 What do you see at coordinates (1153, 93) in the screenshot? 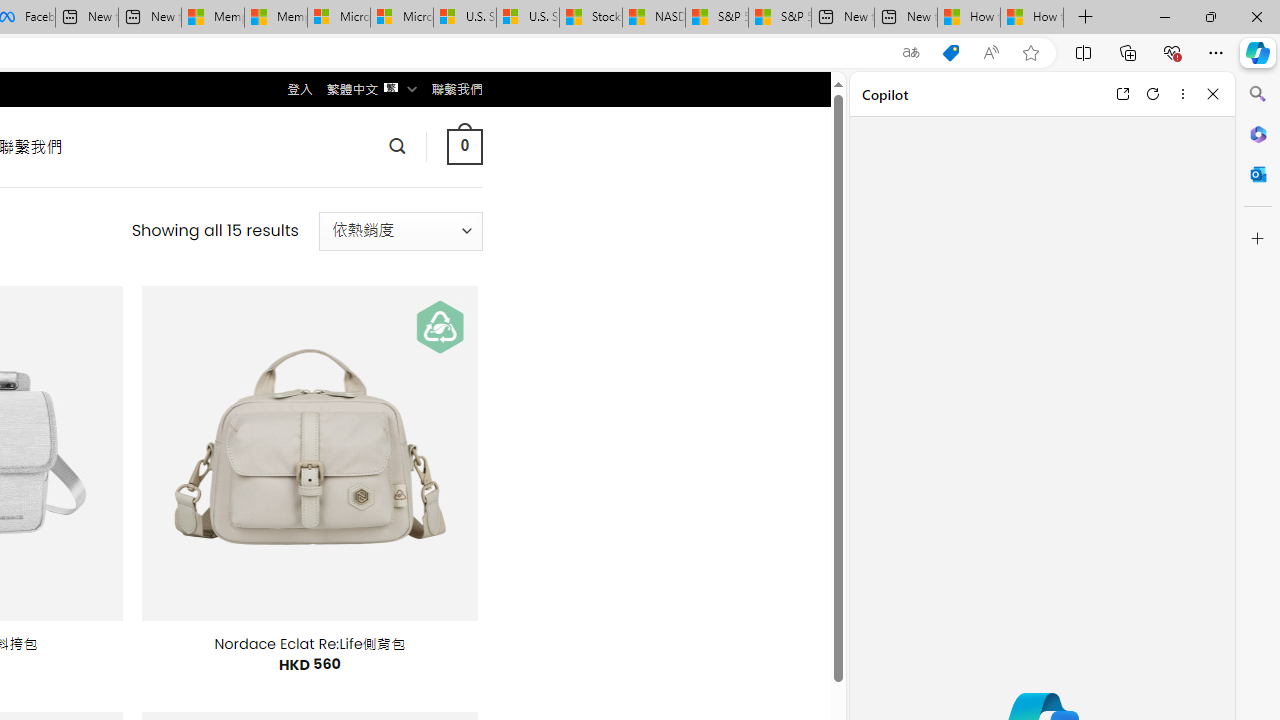
I see `'Refresh'` at bounding box center [1153, 93].